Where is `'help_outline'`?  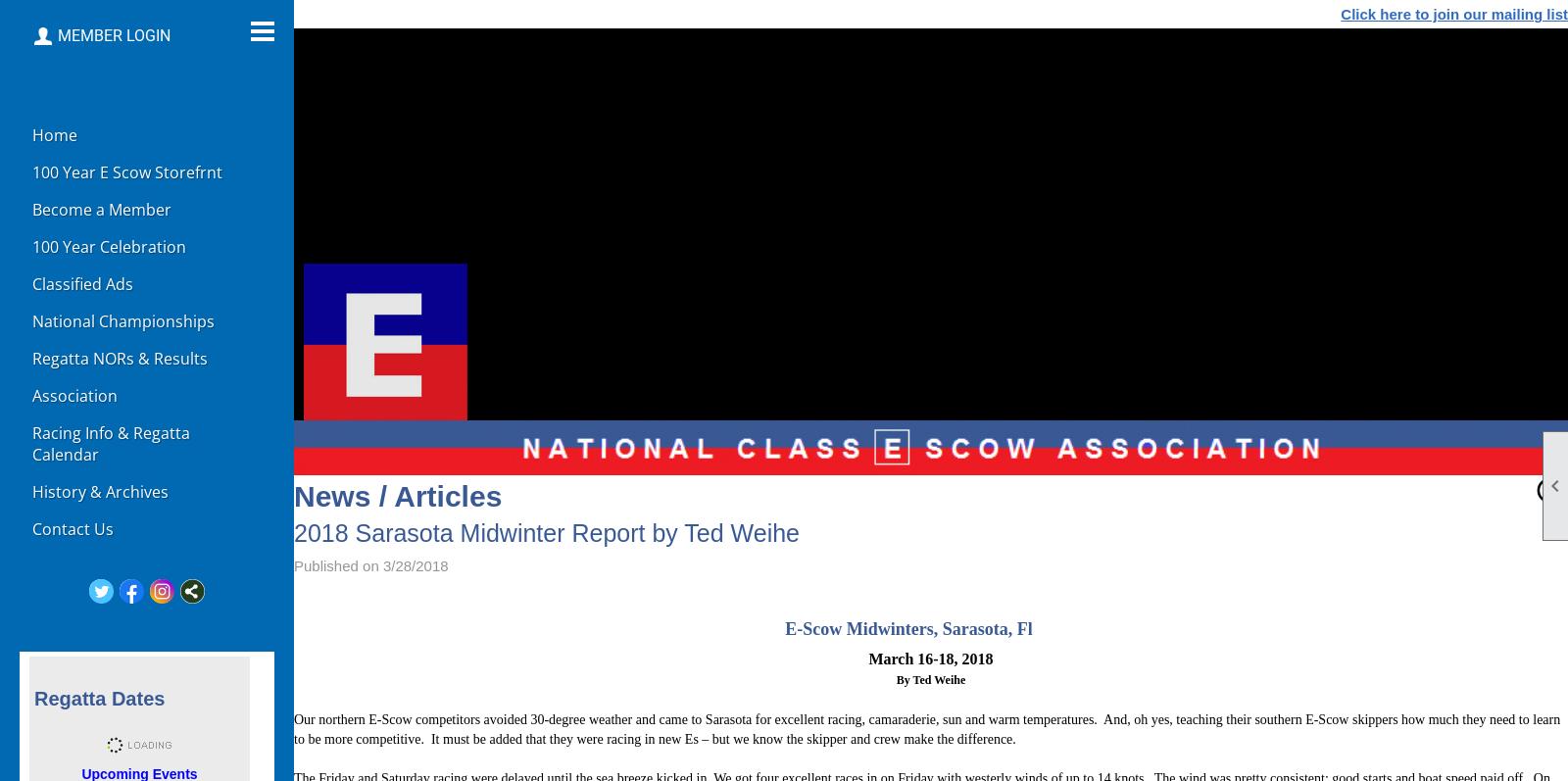 'help_outline' is located at coordinates (1549, 488).